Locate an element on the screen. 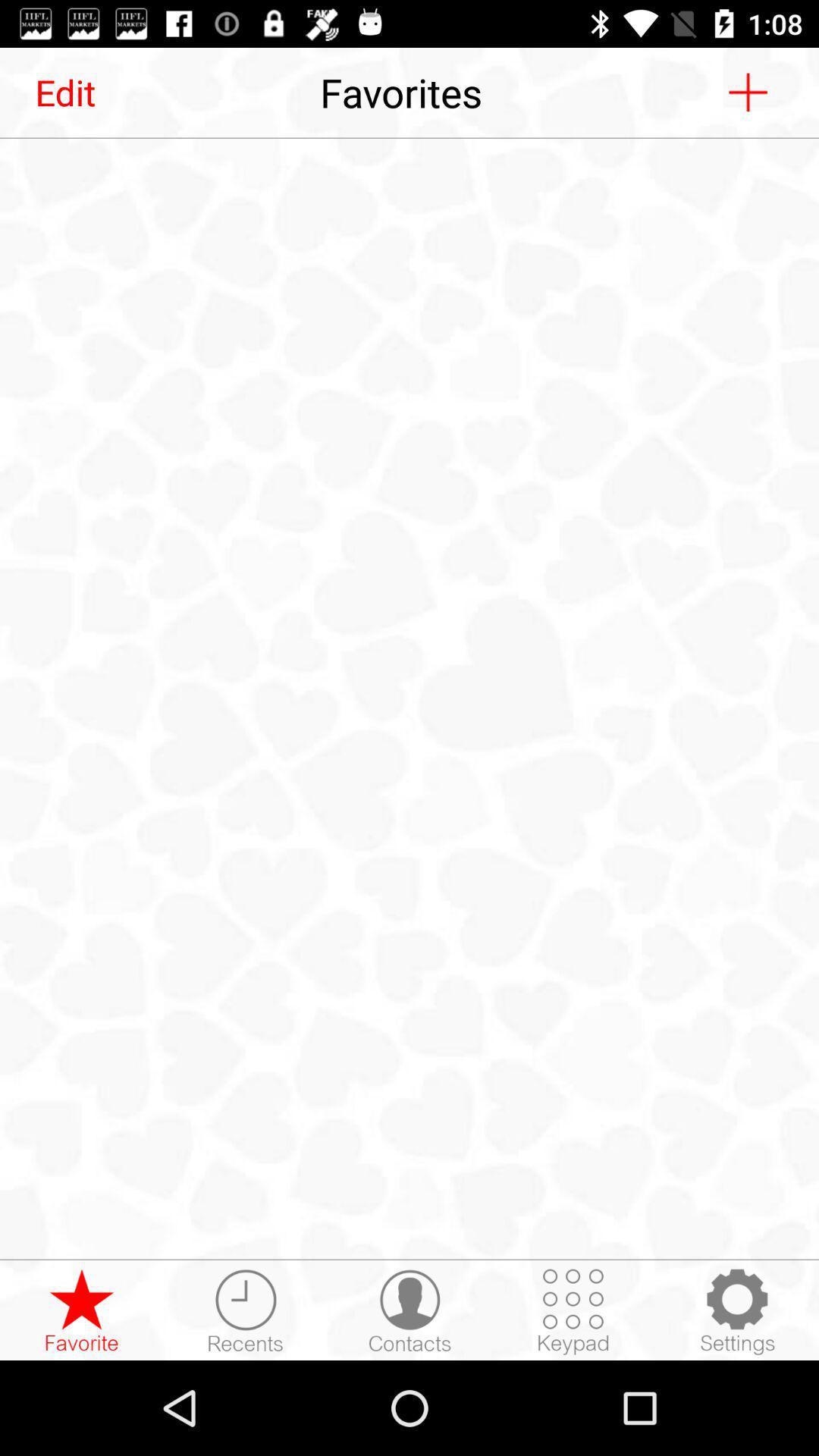 This screenshot has width=819, height=1456. keyboard is located at coordinates (573, 1310).